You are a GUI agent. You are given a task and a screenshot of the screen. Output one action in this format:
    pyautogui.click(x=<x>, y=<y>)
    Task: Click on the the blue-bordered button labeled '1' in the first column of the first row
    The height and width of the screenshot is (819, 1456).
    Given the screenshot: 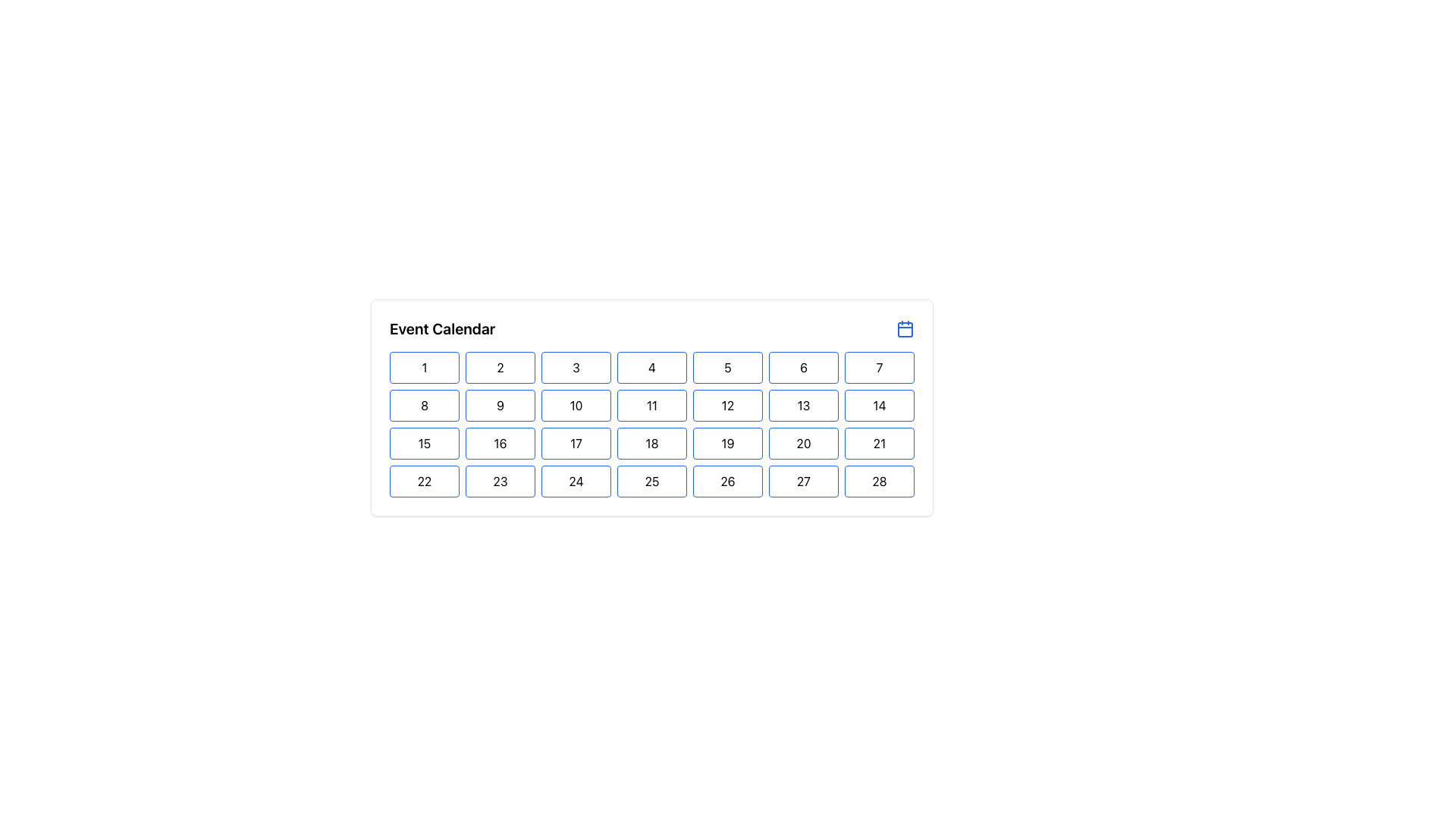 What is the action you would take?
    pyautogui.click(x=425, y=368)
    